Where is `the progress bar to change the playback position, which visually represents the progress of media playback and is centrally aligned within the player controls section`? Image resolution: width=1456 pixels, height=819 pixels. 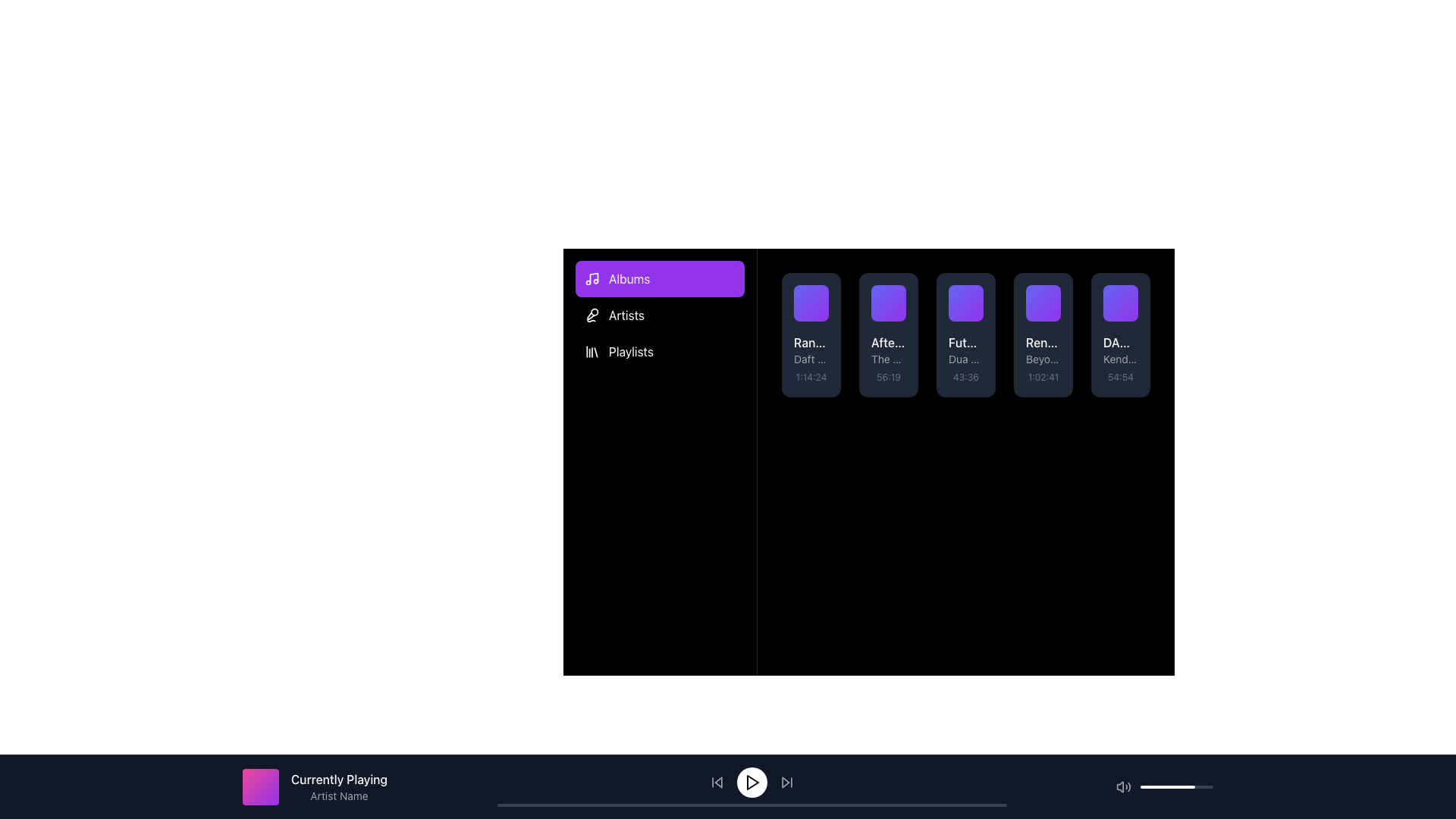 the progress bar to change the playback position, which visually represents the progress of media playback and is centrally aligned within the player controls section is located at coordinates (752, 804).